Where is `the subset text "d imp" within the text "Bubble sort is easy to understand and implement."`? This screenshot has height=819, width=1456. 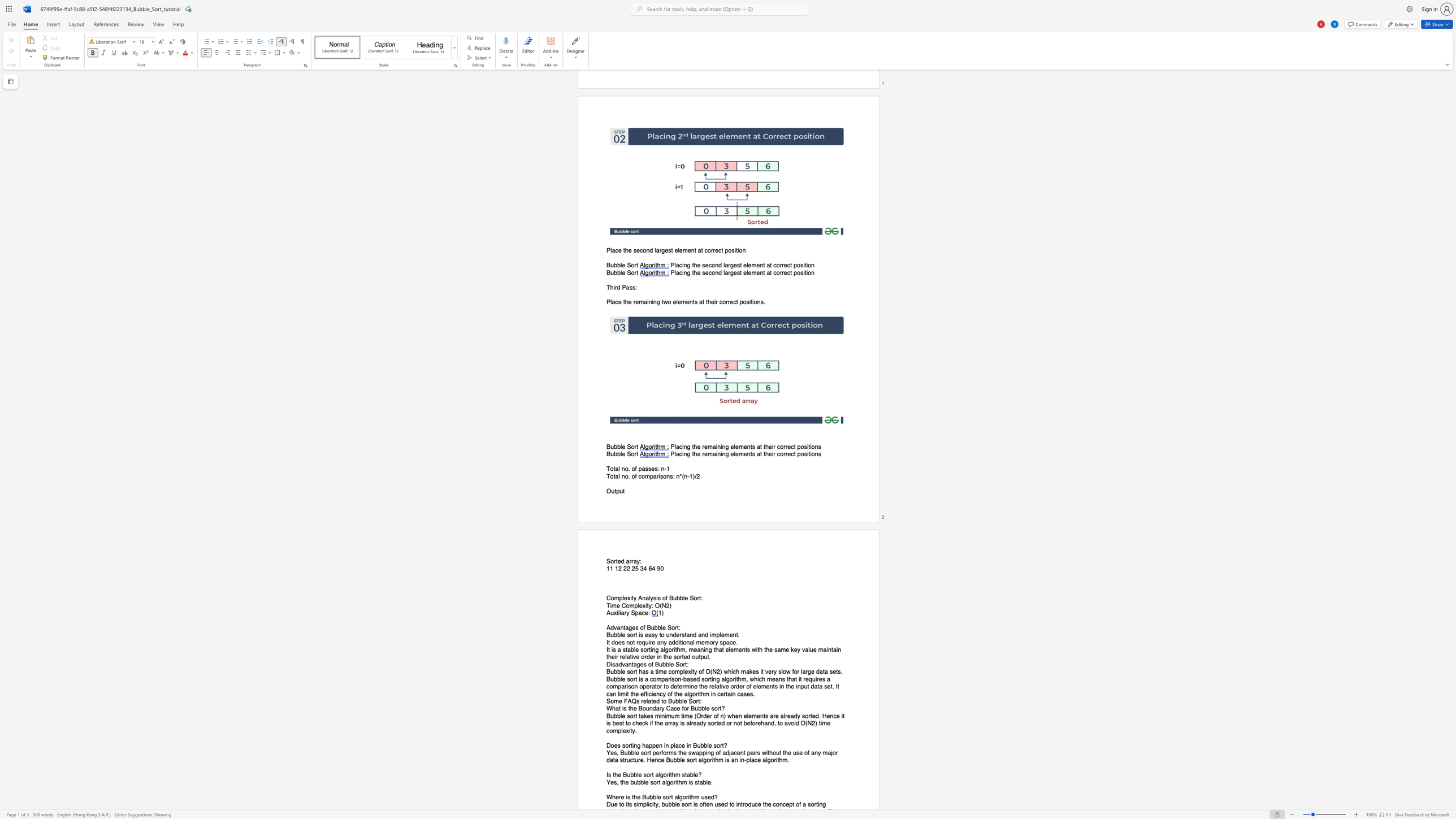 the subset text "d imp" within the text "Bubble sort is easy to understand and implement." is located at coordinates (704, 635).